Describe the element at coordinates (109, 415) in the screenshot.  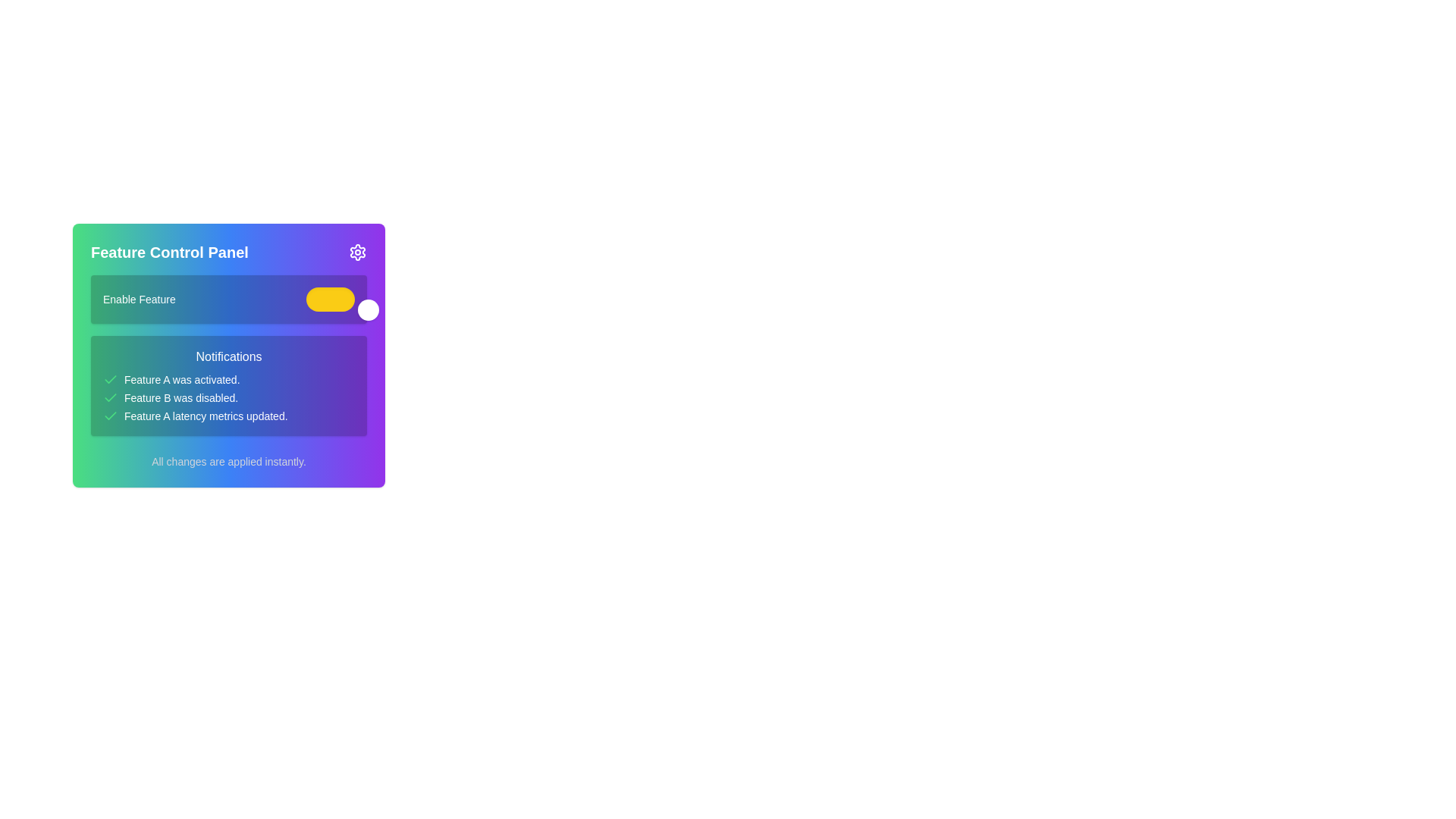
I see `the confirmation status represented by the first icon in the 'Notifications' section indicating that 'Feature A was activated.'` at that location.